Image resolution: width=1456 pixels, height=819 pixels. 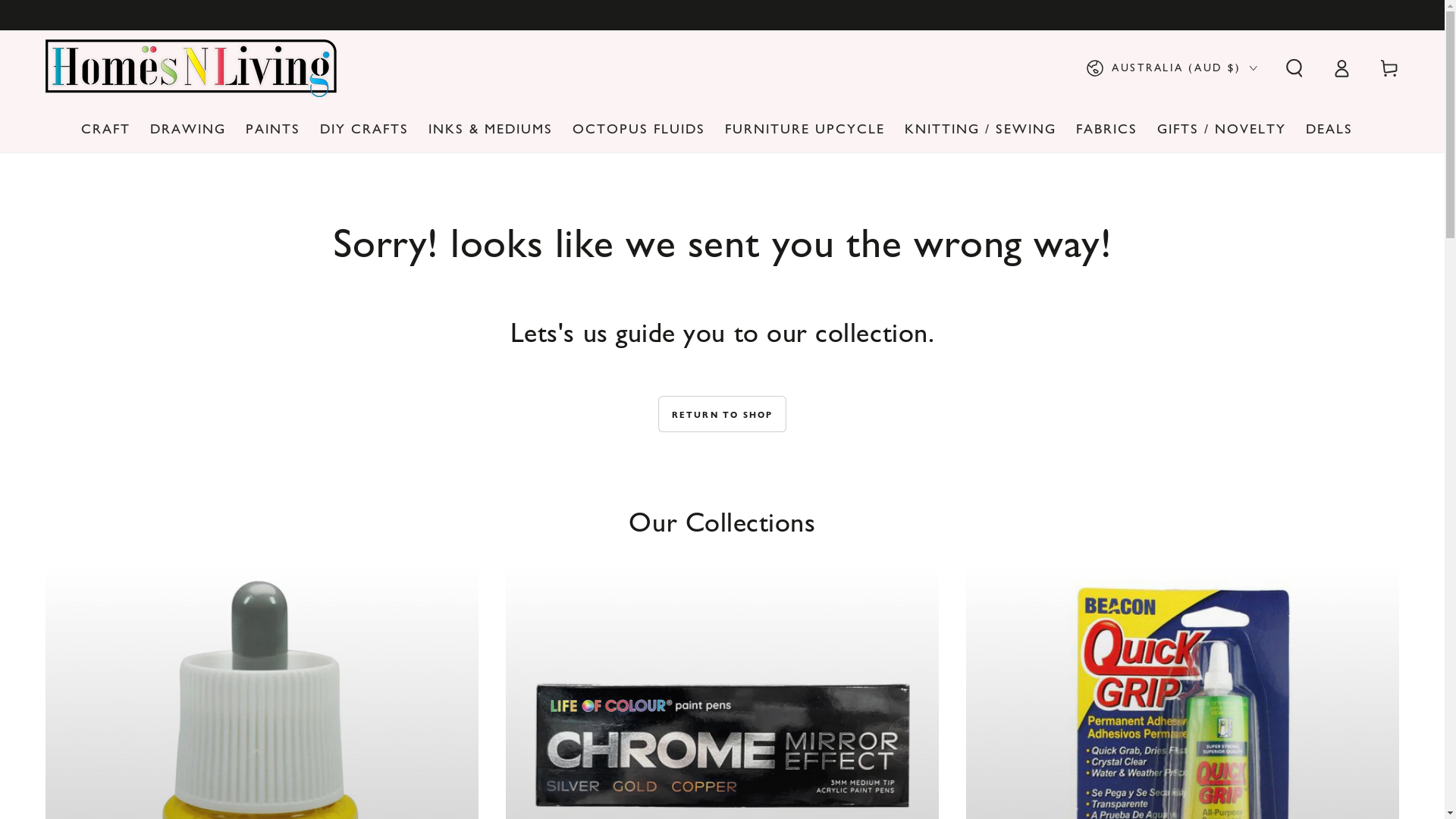 What do you see at coordinates (105, 128) in the screenshot?
I see `'CRAFT'` at bounding box center [105, 128].